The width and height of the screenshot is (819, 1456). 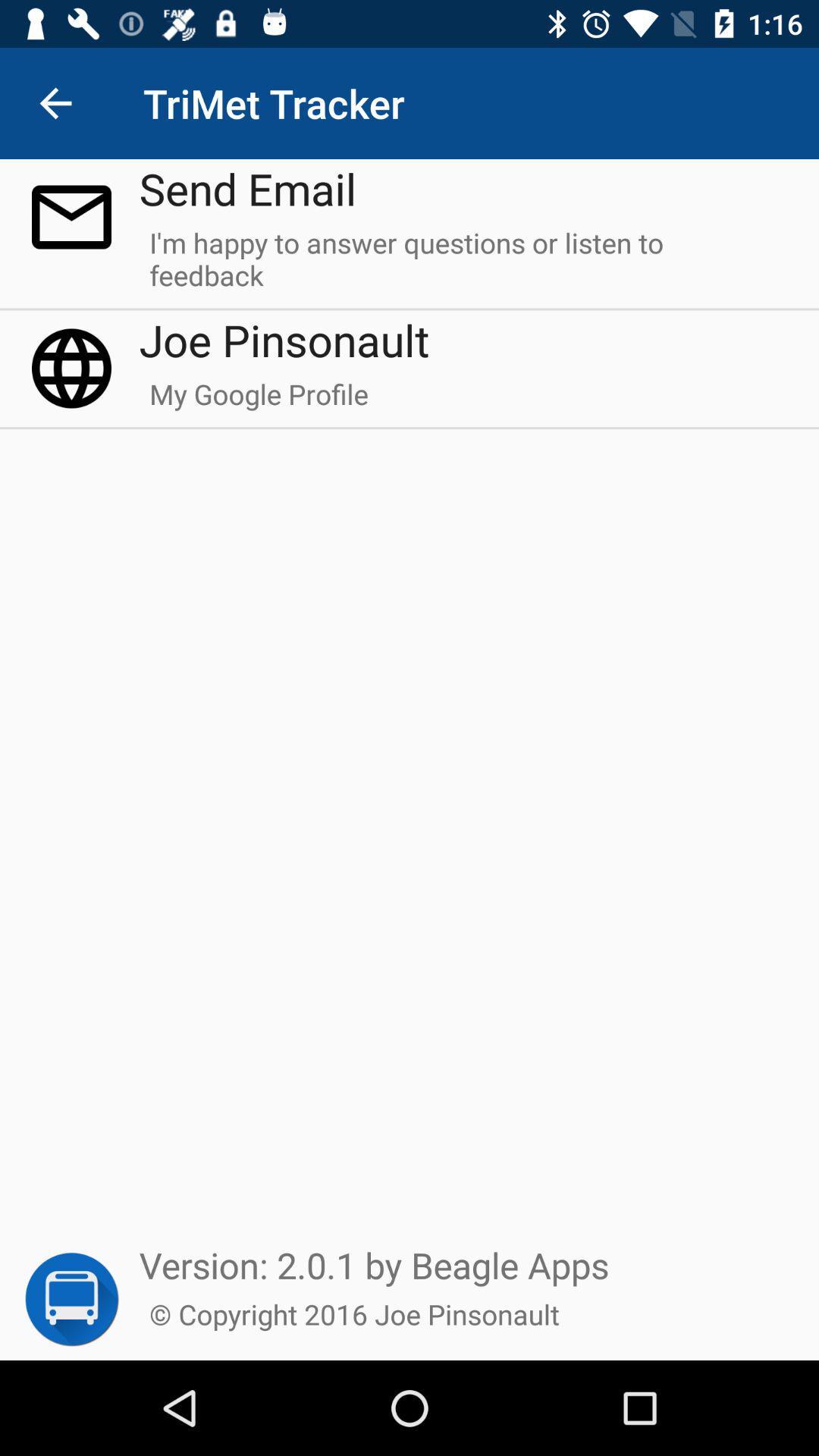 I want to click on the i m happy, so click(x=463, y=265).